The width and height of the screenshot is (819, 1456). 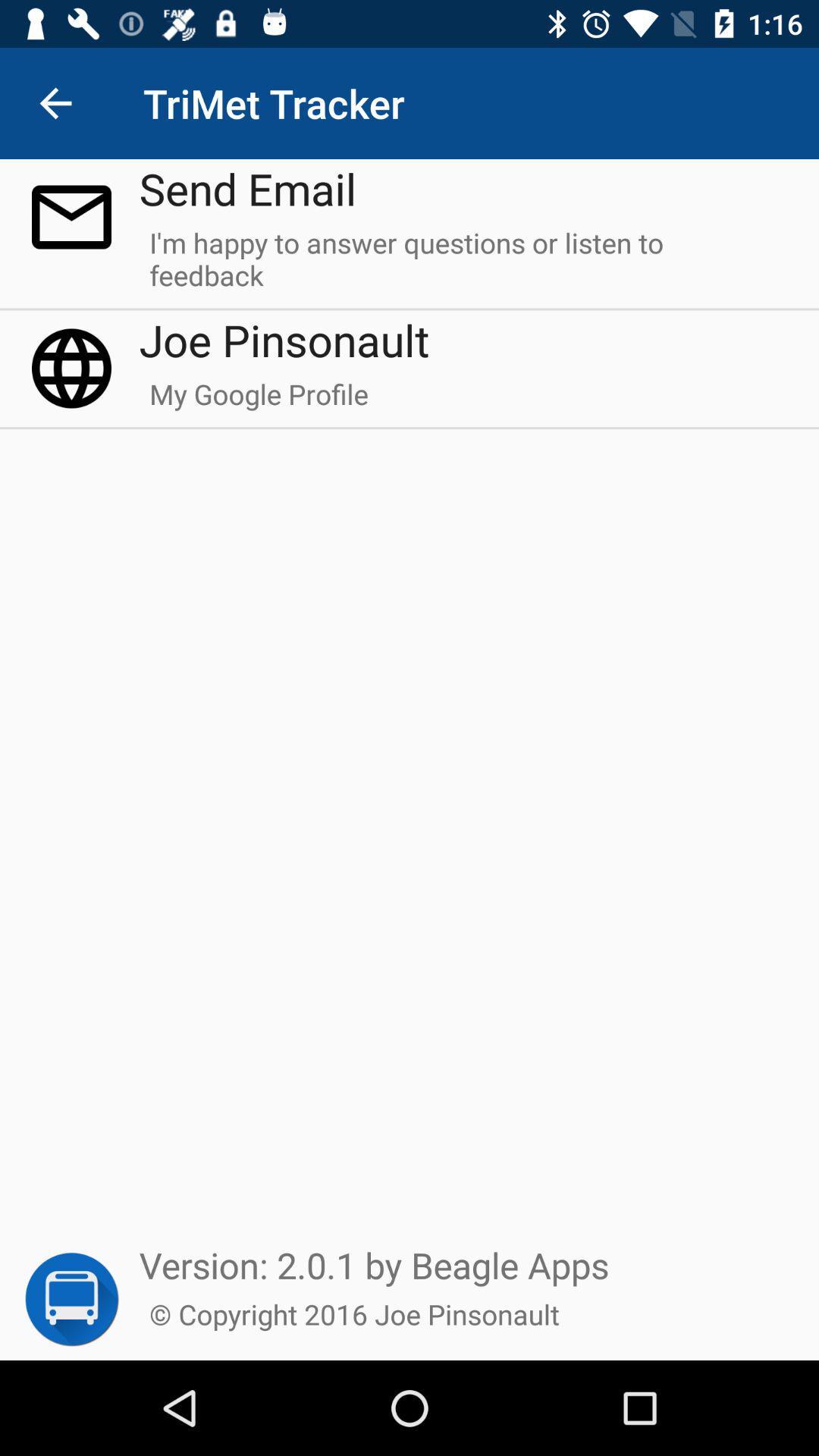 I want to click on the i m happy, so click(x=463, y=265).